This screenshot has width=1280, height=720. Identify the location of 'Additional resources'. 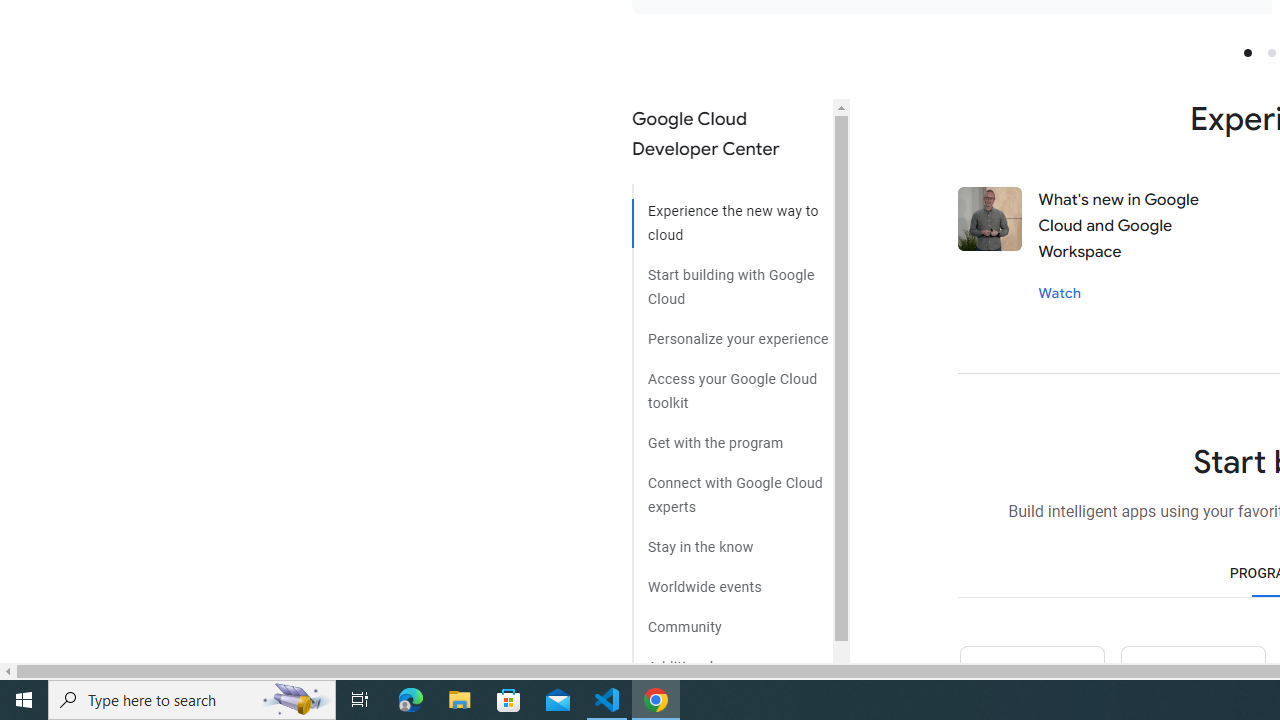
(731, 659).